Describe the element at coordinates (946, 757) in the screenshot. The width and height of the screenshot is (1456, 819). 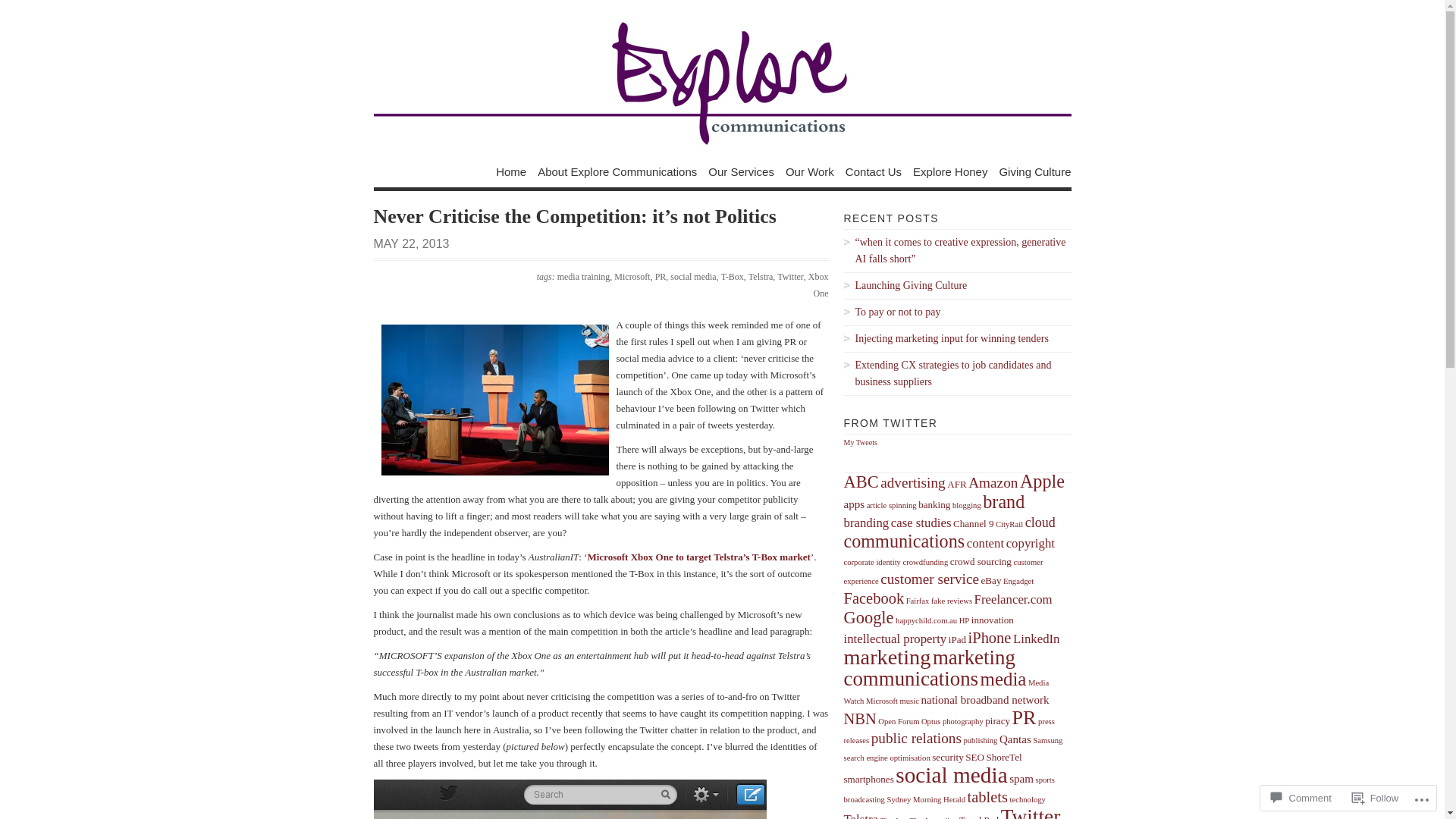
I see `'security'` at that location.